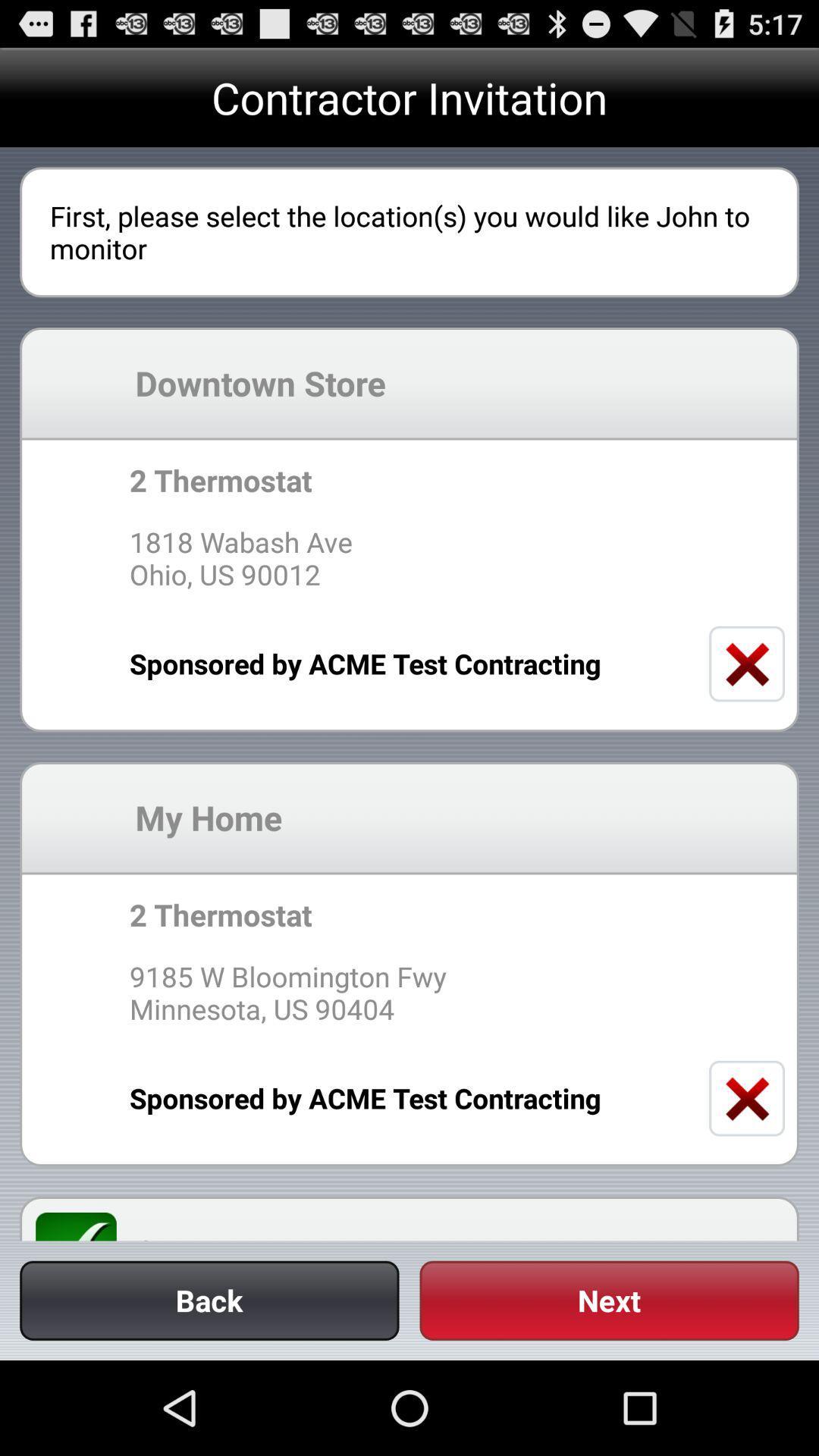 Image resolution: width=819 pixels, height=1456 pixels. I want to click on the app to the left of summer home app, so click(85, 1226).